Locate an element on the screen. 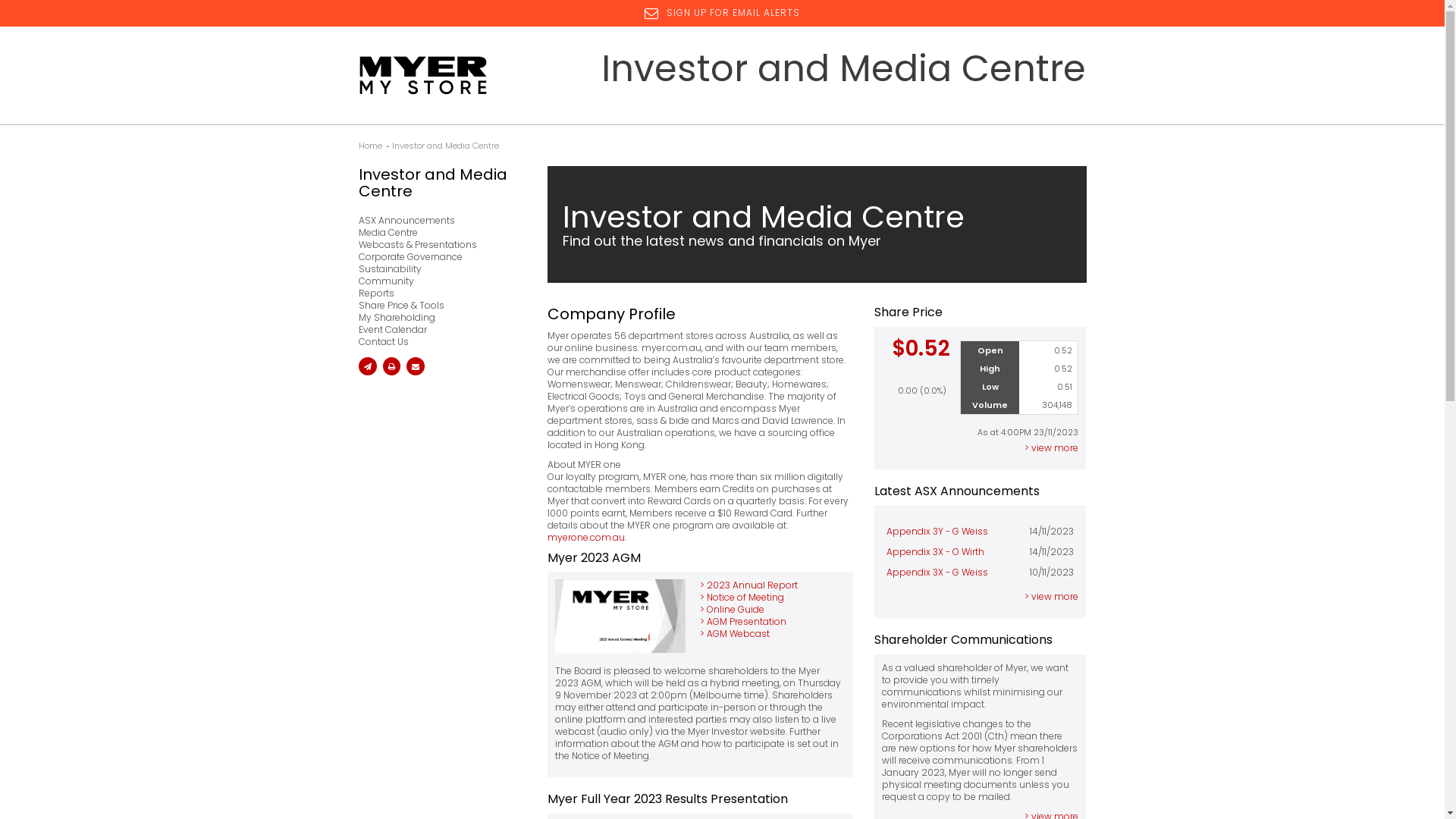  'My Shareholding' is located at coordinates (356, 317).